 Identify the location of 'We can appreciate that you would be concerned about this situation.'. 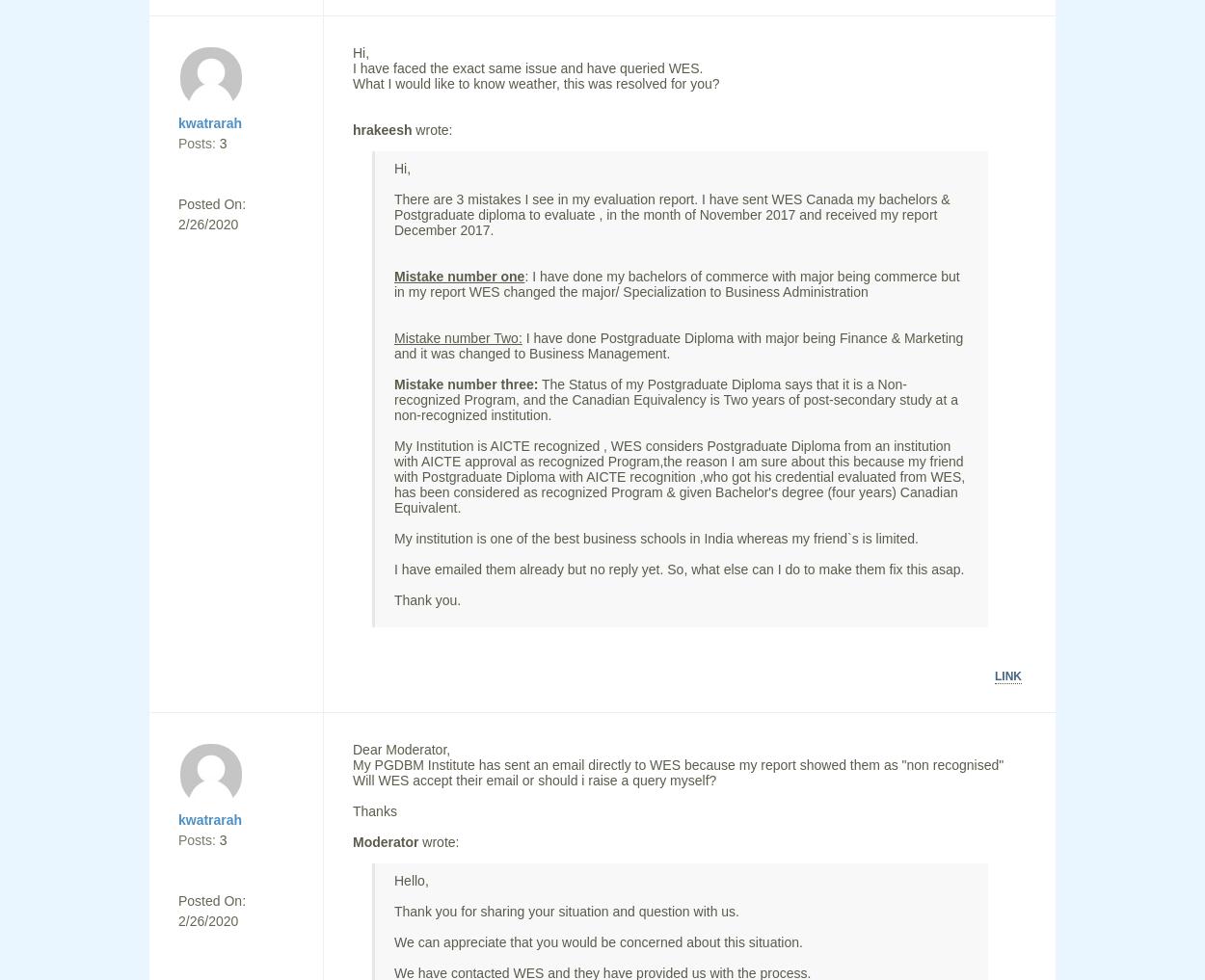
(597, 942).